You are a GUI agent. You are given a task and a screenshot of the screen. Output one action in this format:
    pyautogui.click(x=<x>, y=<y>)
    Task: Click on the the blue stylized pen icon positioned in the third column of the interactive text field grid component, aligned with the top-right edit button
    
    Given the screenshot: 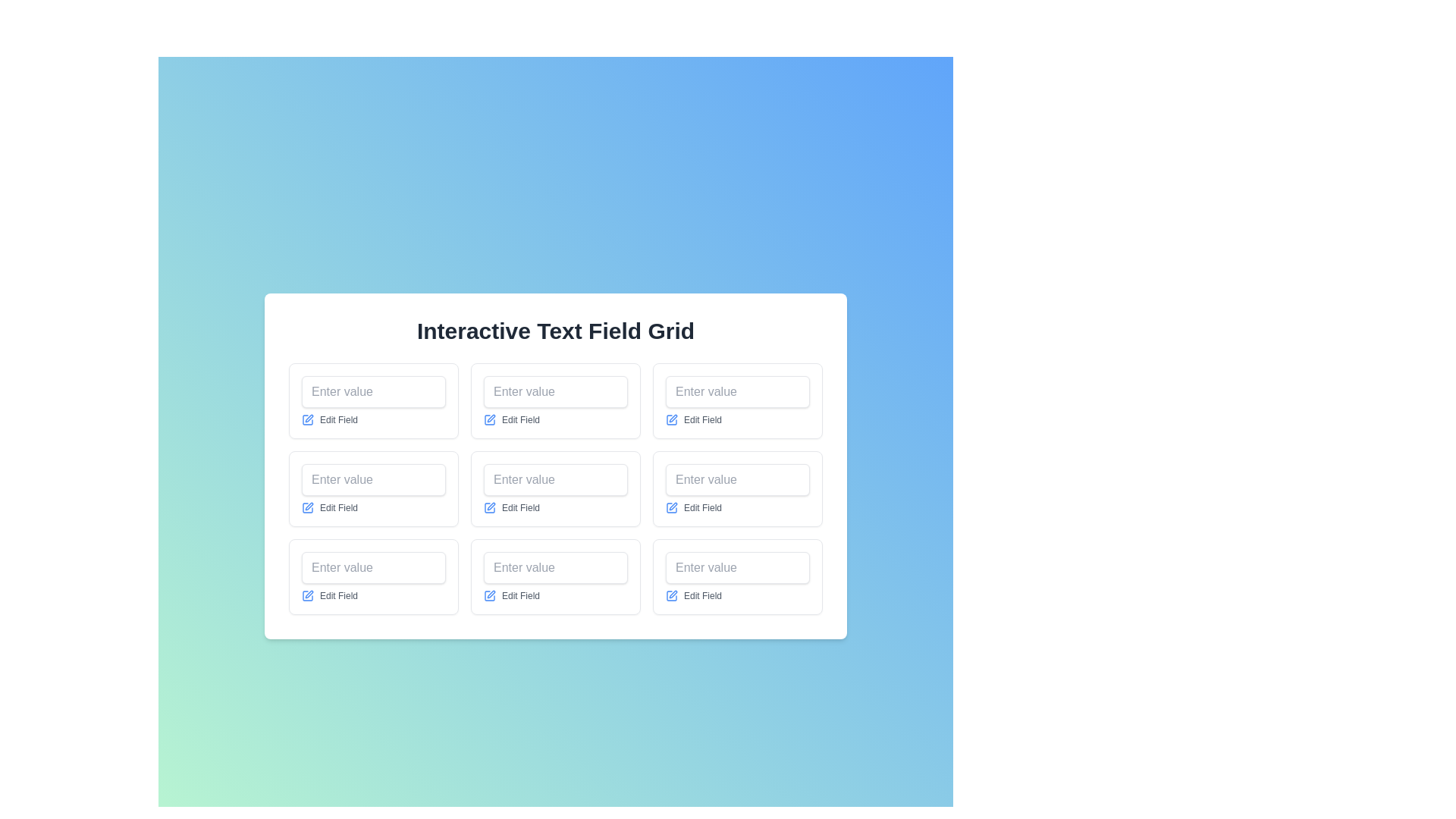 What is the action you would take?
    pyautogui.click(x=673, y=418)
    